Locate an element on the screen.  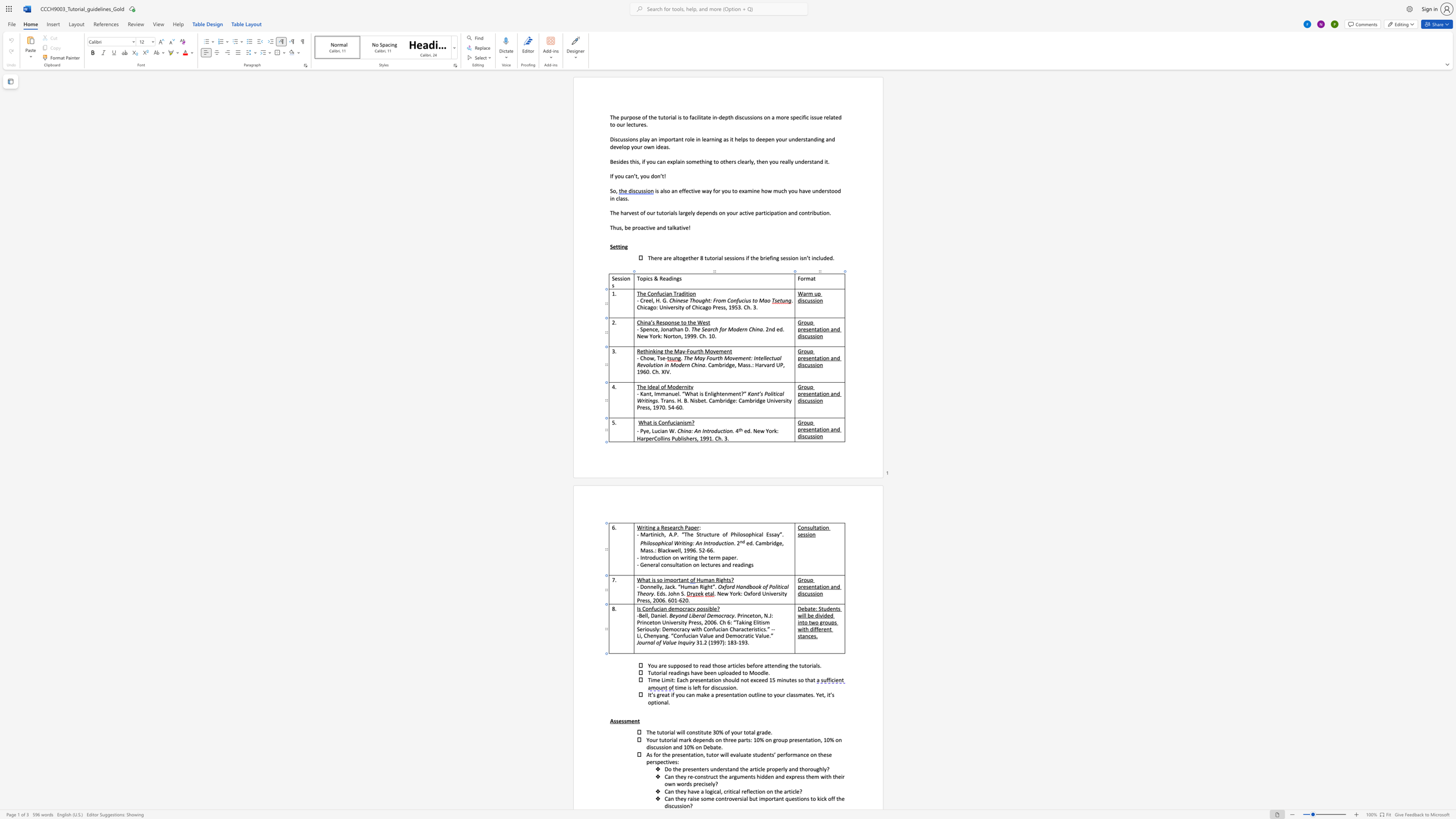
the 3th character "C" in the text is located at coordinates (645, 636).